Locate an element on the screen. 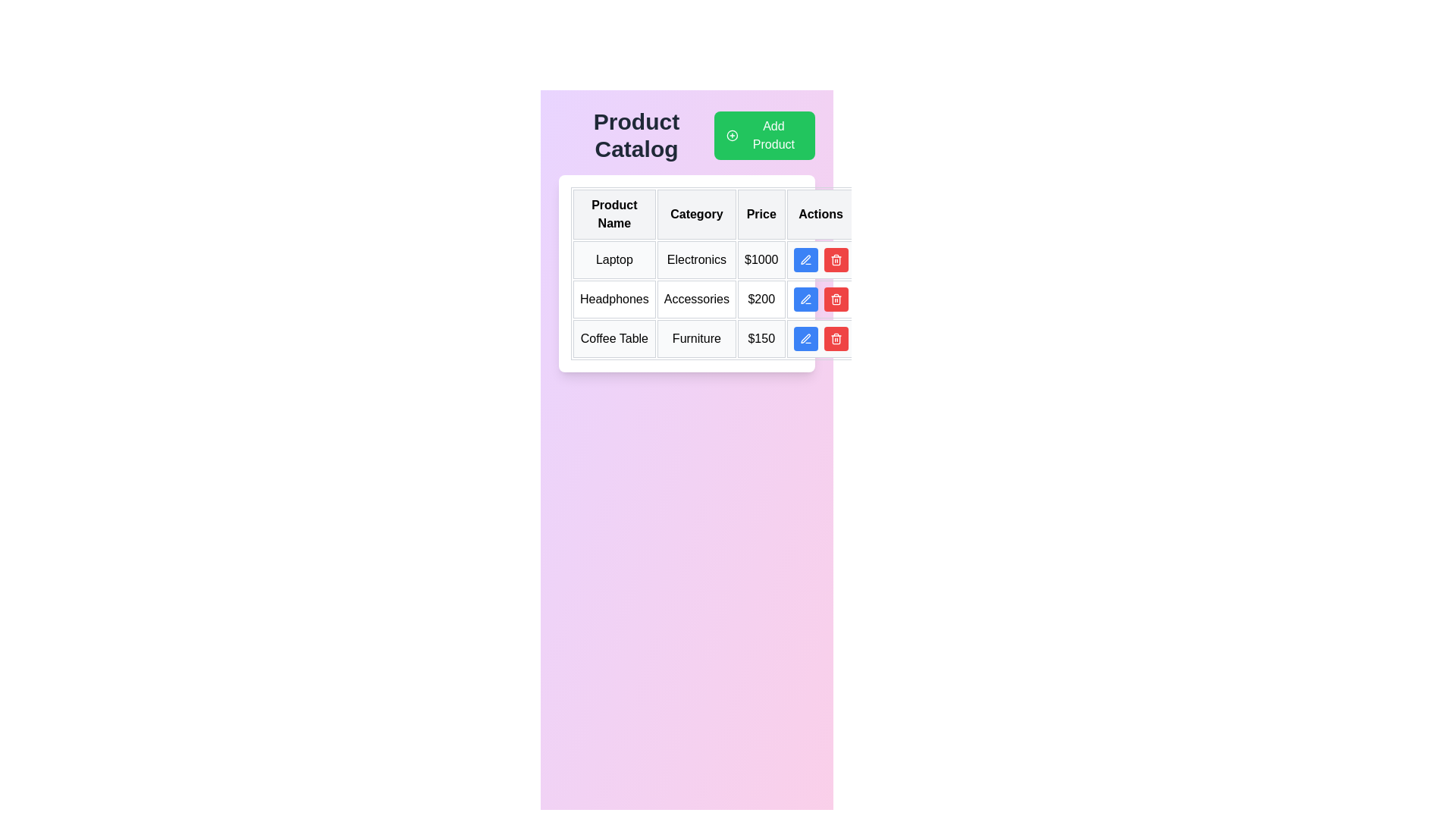 This screenshot has height=819, width=1456. the 'Price' column header cell in the table, which is located in the third column between 'Category' and 'Actions' is located at coordinates (761, 214).